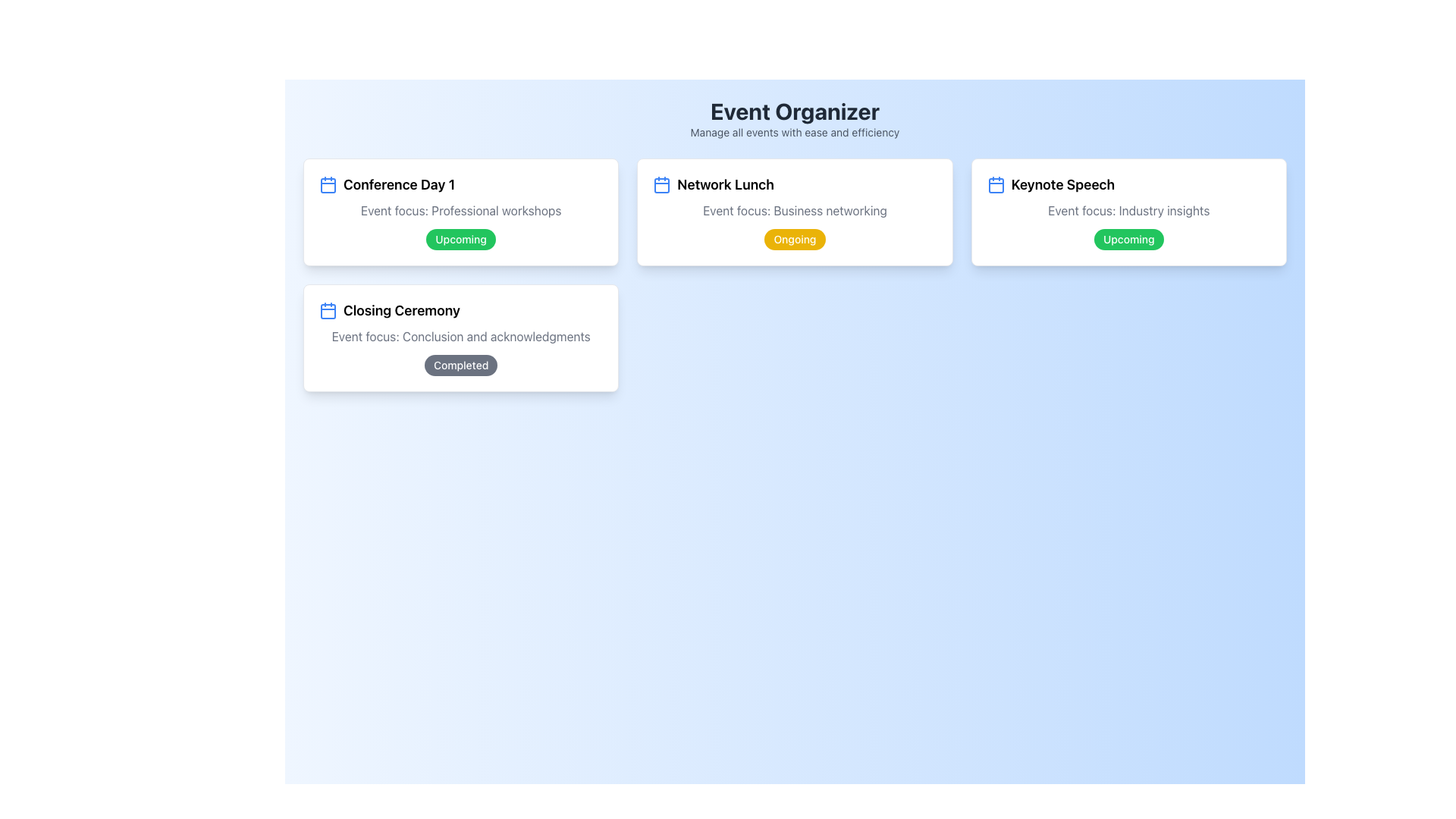 This screenshot has height=819, width=1456. I want to click on the Static Text Label that displays 'Event focus: Conclusion and acknowledgments.' located in the bottom left quadrant of the interface, beneath the 'Closing Ceremony' title, so click(460, 335).